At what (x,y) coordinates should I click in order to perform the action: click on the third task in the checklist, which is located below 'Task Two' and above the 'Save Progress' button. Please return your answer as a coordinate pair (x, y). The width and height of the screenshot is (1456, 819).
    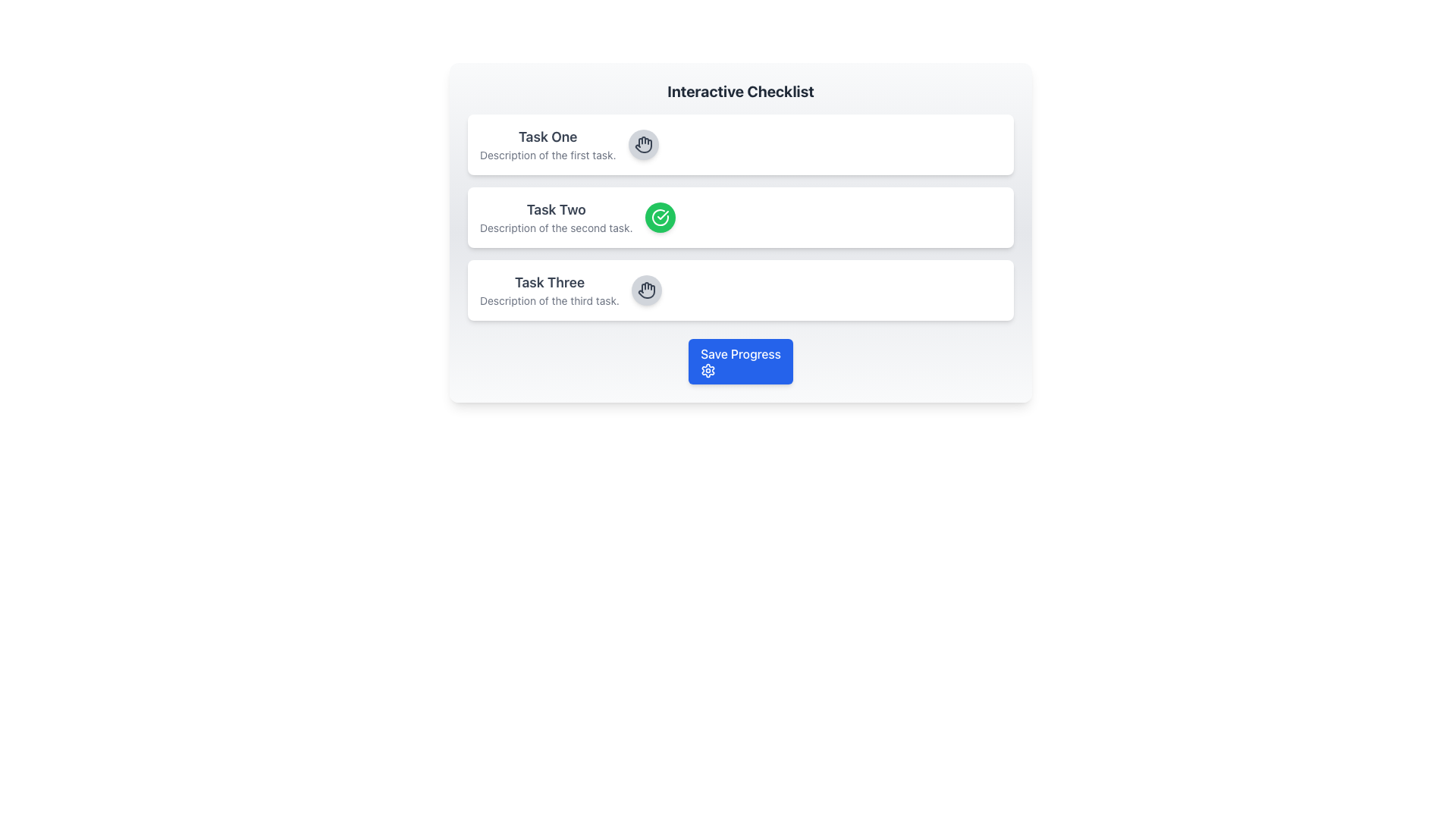
    Looking at the image, I should click on (548, 290).